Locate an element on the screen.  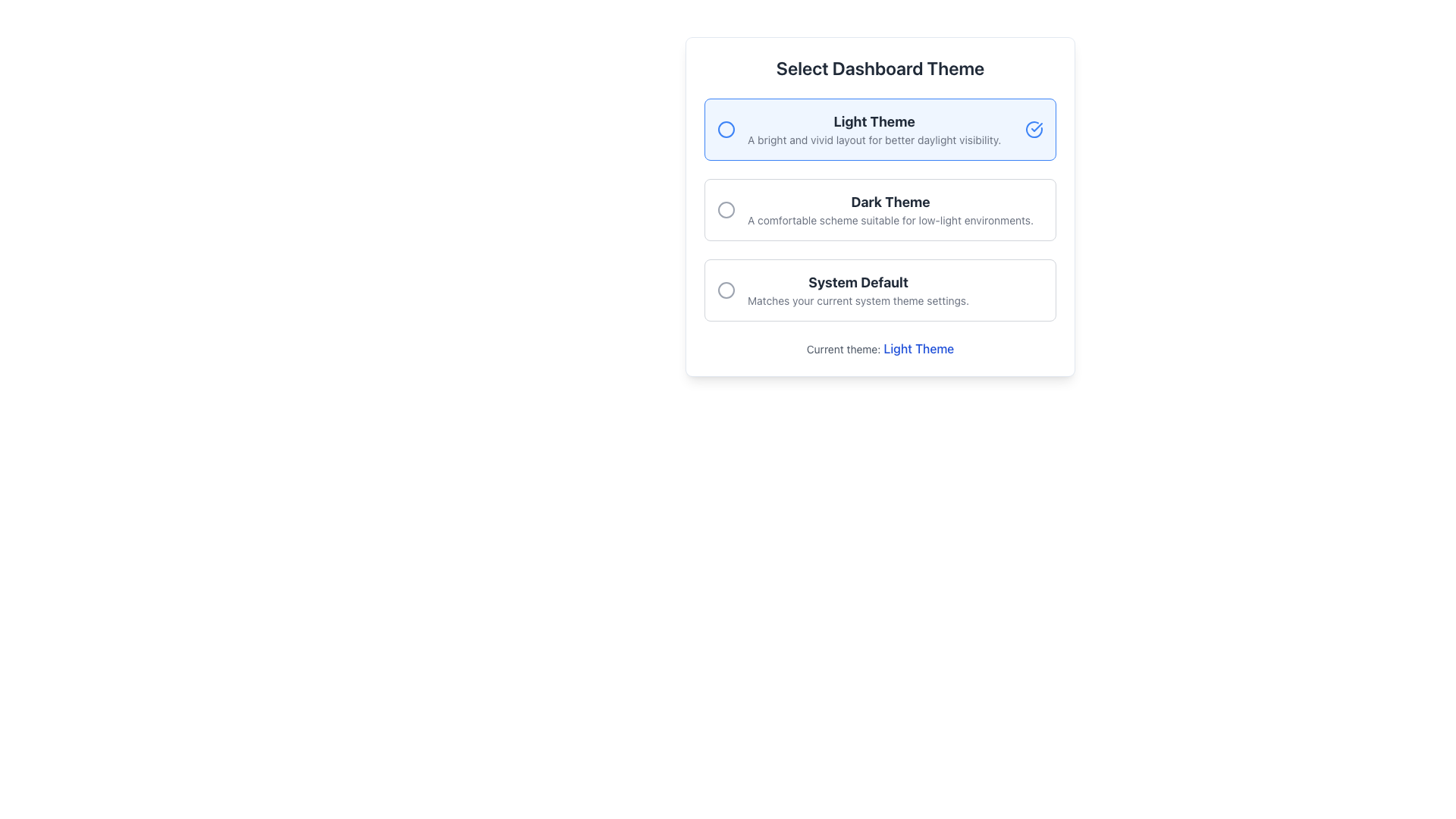
the radio button graphic for the 'Dark Theme' option is located at coordinates (726, 210).